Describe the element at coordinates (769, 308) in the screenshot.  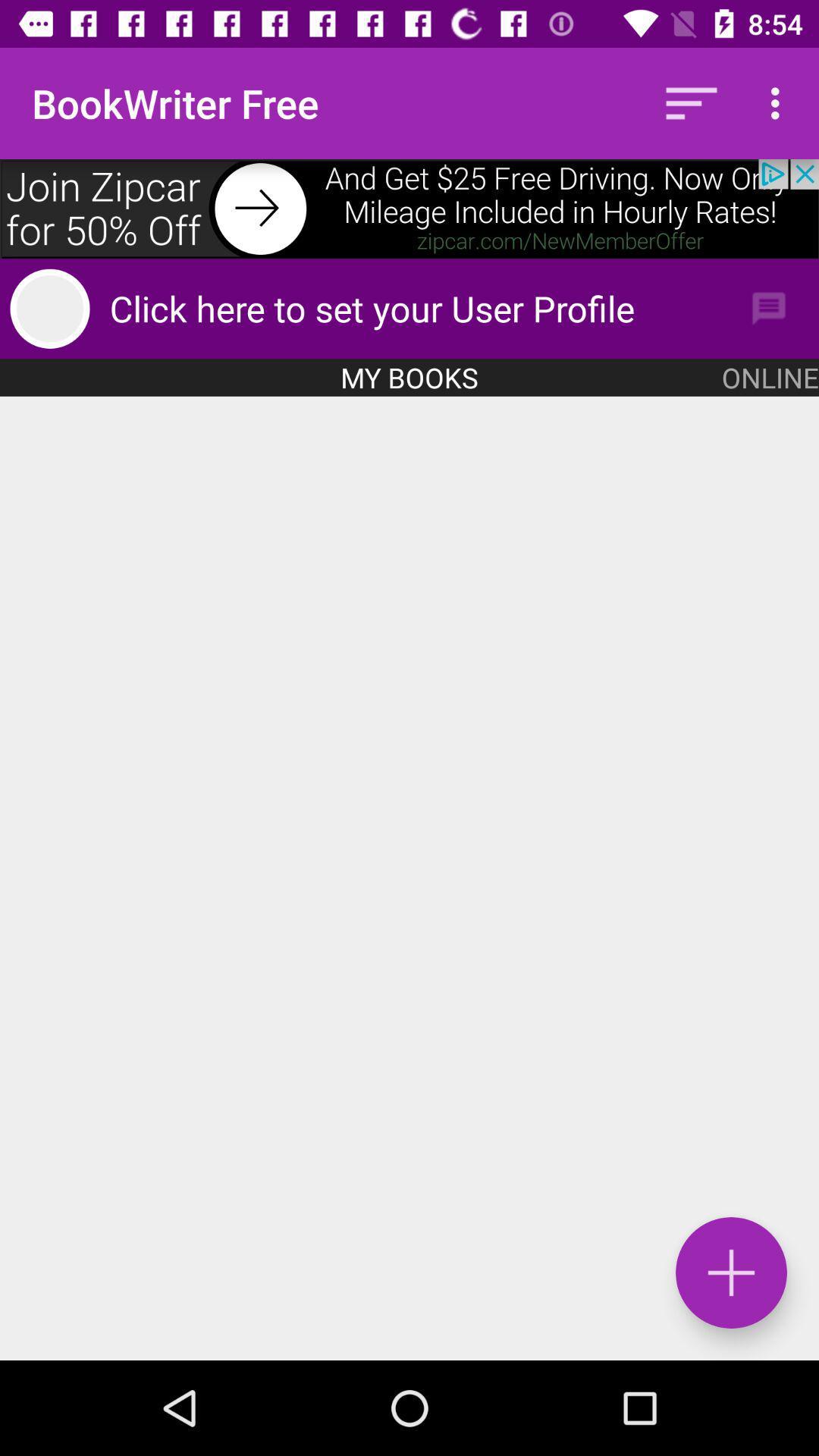
I see `the chat icon` at that location.